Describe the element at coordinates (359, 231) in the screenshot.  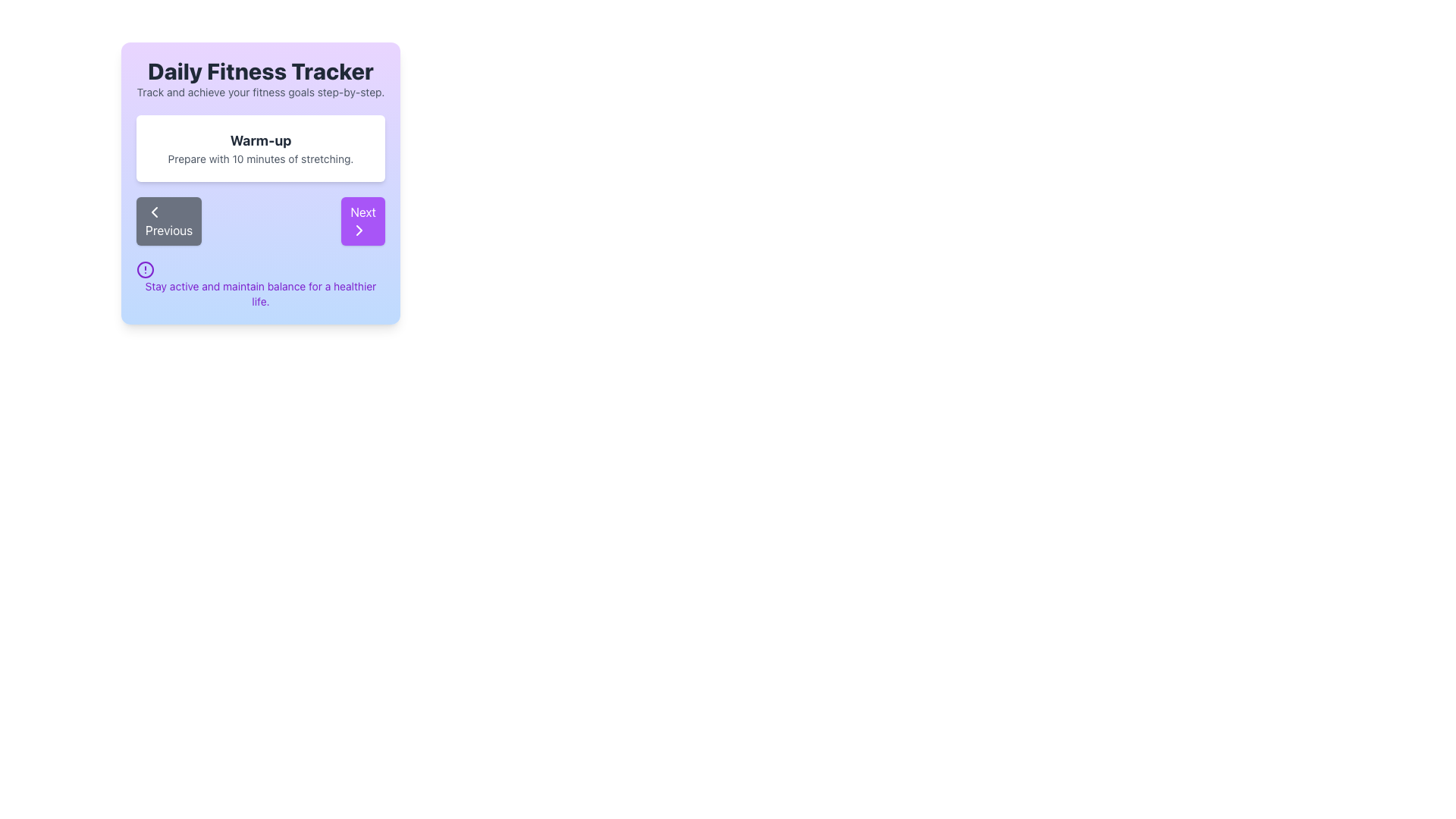
I see `the arrow icon inside the 'Next' button located on the right side of the interface, which serves as a visual cue for progressing to the next step` at that location.